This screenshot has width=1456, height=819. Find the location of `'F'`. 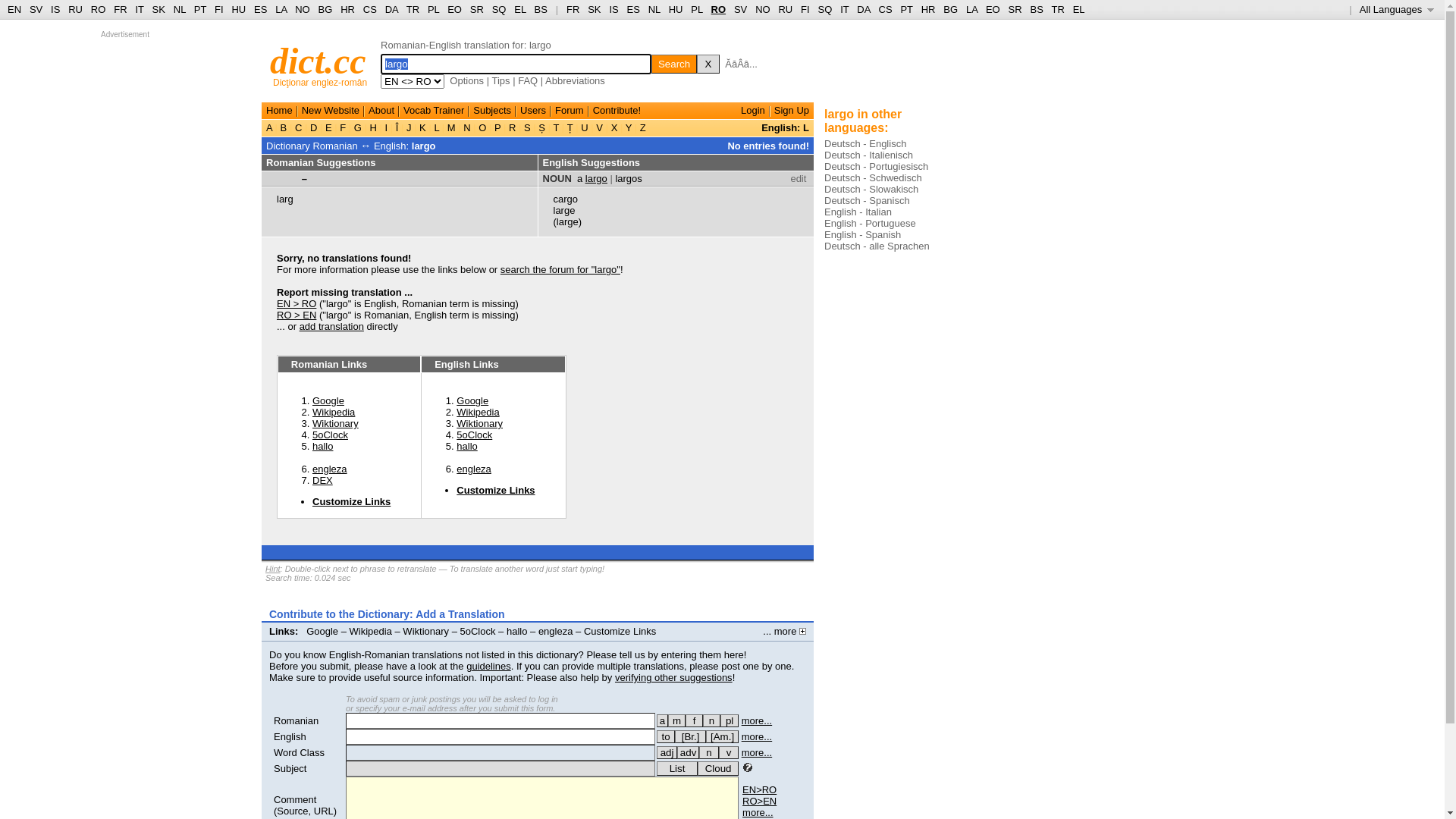

'F' is located at coordinates (342, 127).